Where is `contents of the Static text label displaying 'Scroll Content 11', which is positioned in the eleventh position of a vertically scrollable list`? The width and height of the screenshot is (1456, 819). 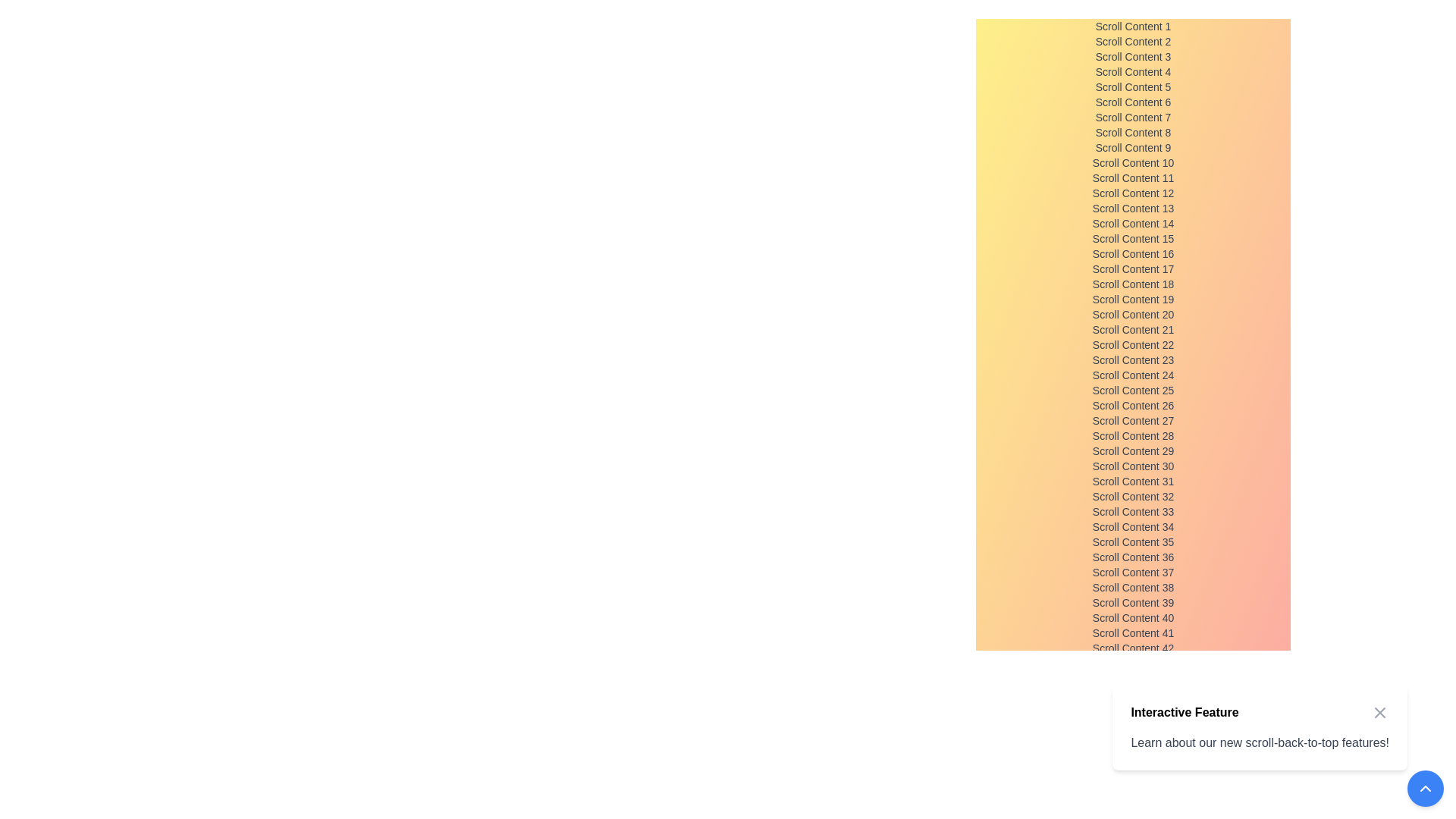
contents of the Static text label displaying 'Scroll Content 11', which is positioned in the eleventh position of a vertically scrollable list is located at coordinates (1133, 177).